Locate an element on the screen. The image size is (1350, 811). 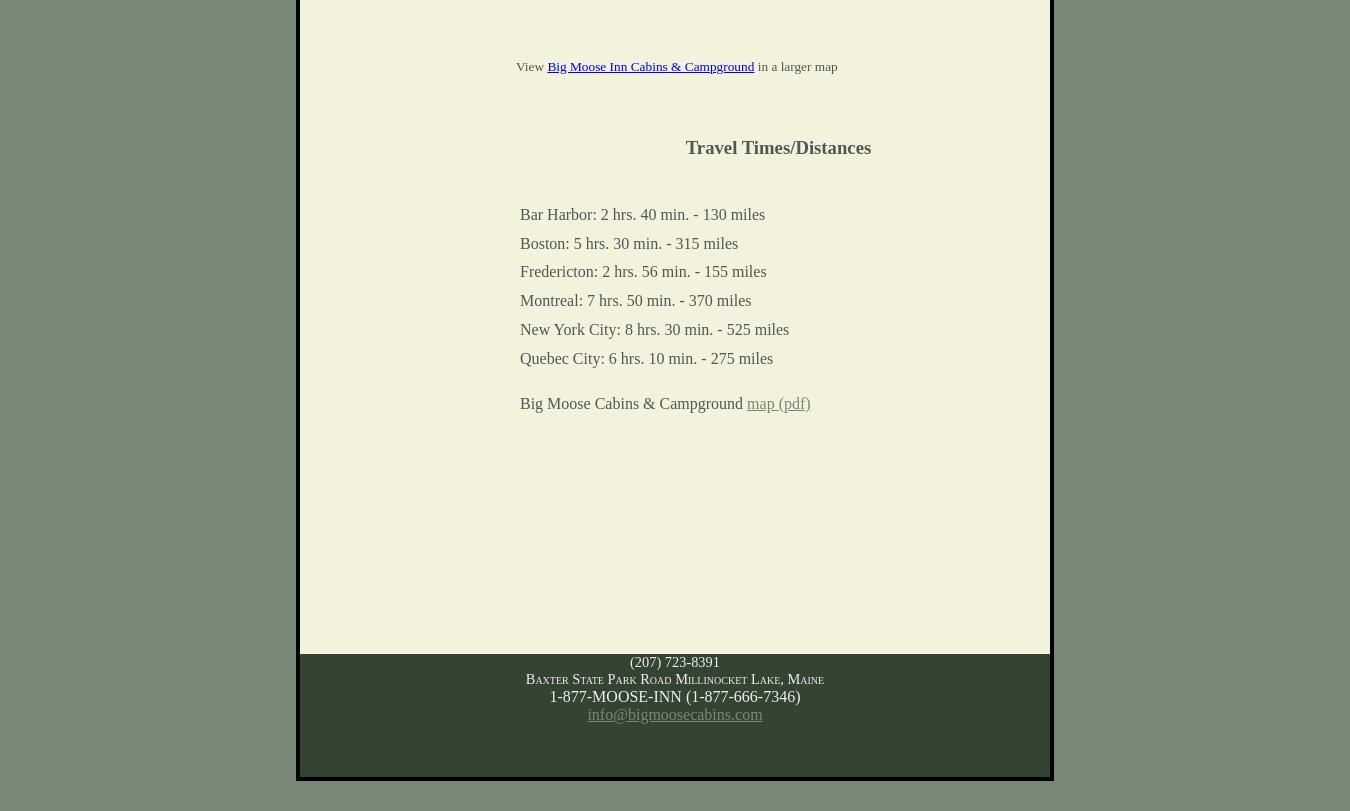
'map (pdf)' is located at coordinates (777, 402).